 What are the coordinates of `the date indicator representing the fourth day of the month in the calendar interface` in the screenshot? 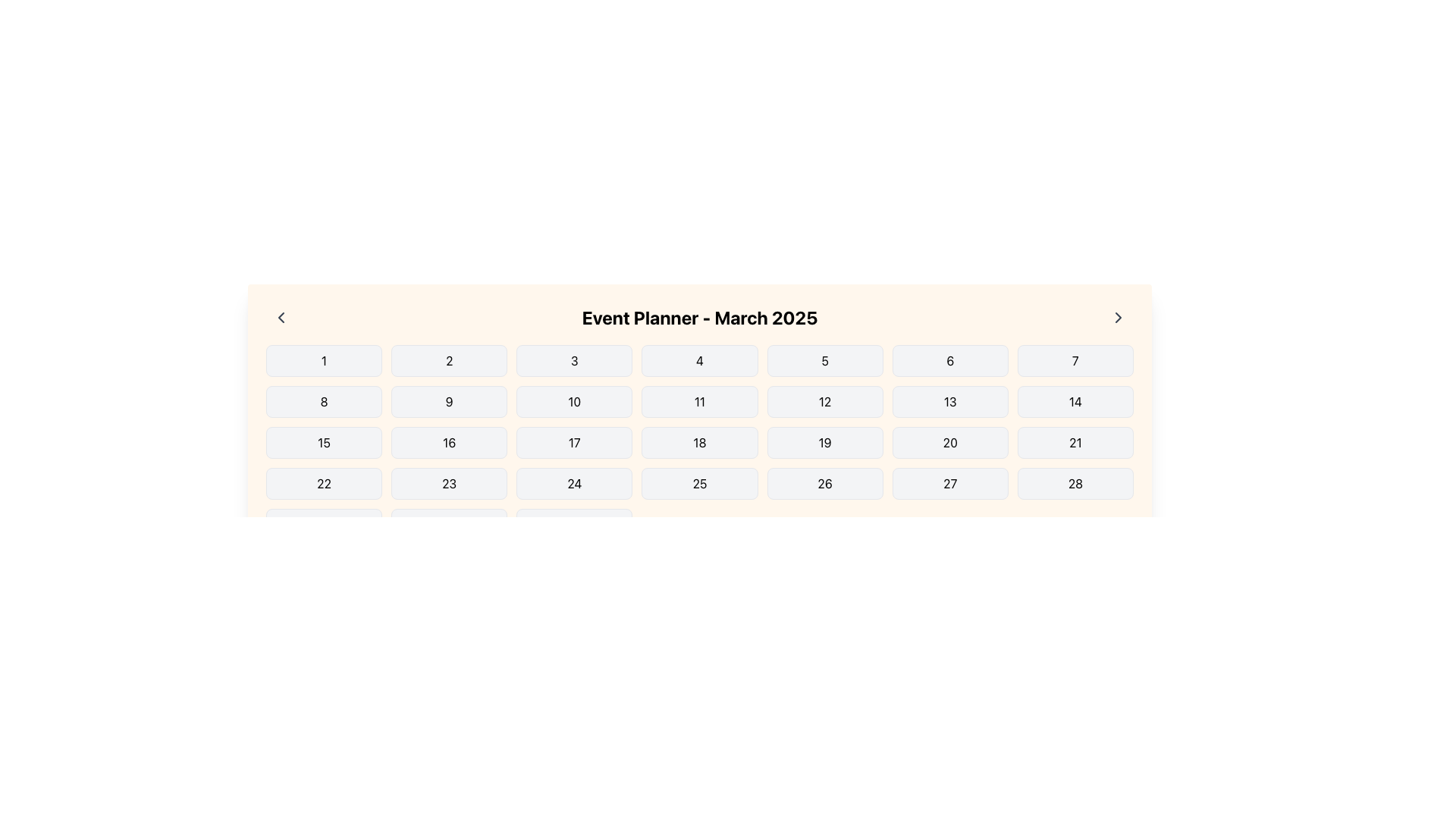 It's located at (698, 360).